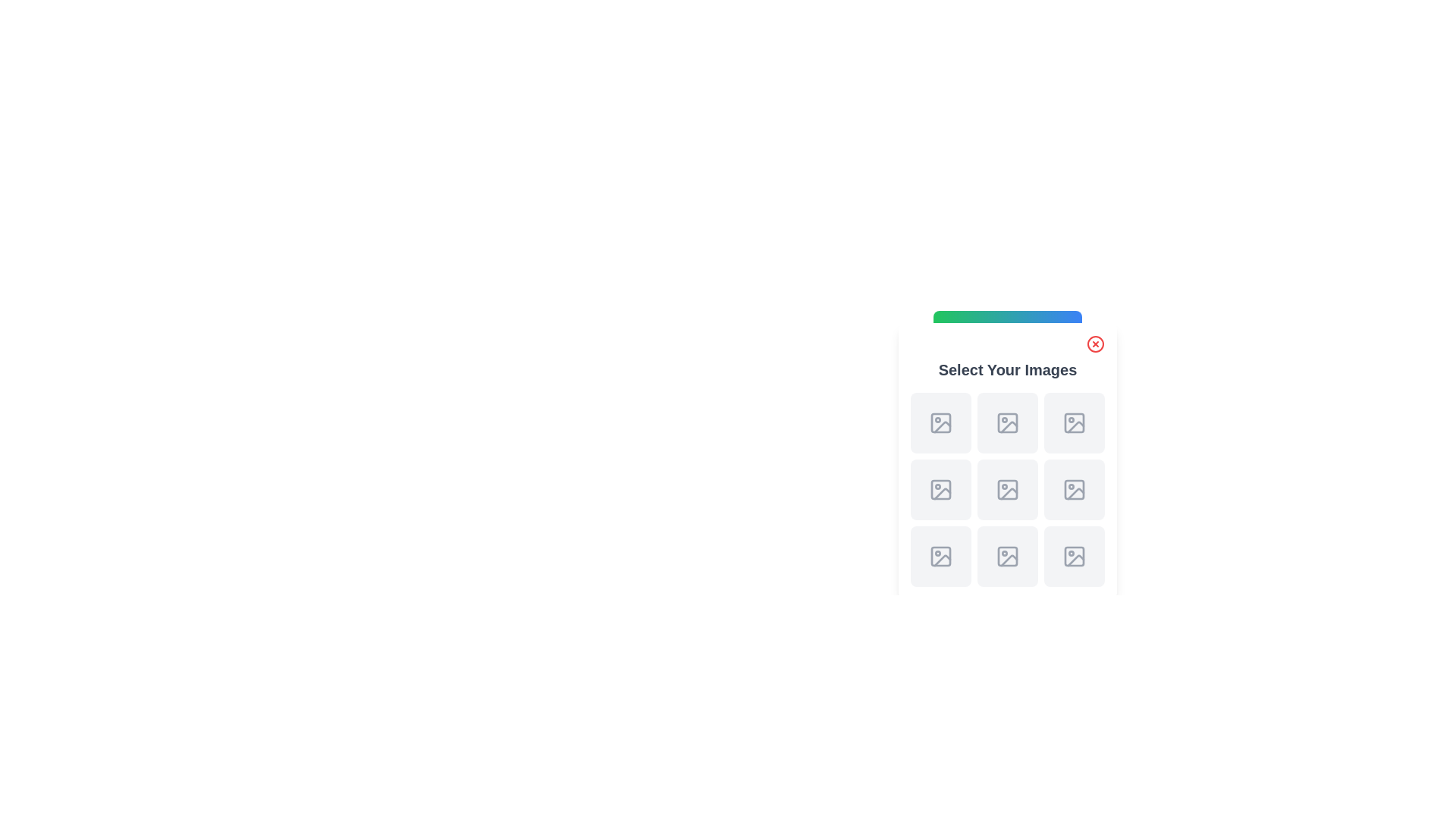  What do you see at coordinates (940, 556) in the screenshot?
I see `the square button with a gray background and a picture frame icon, located at the bottom-left position of a 3x3 grid layout` at bounding box center [940, 556].